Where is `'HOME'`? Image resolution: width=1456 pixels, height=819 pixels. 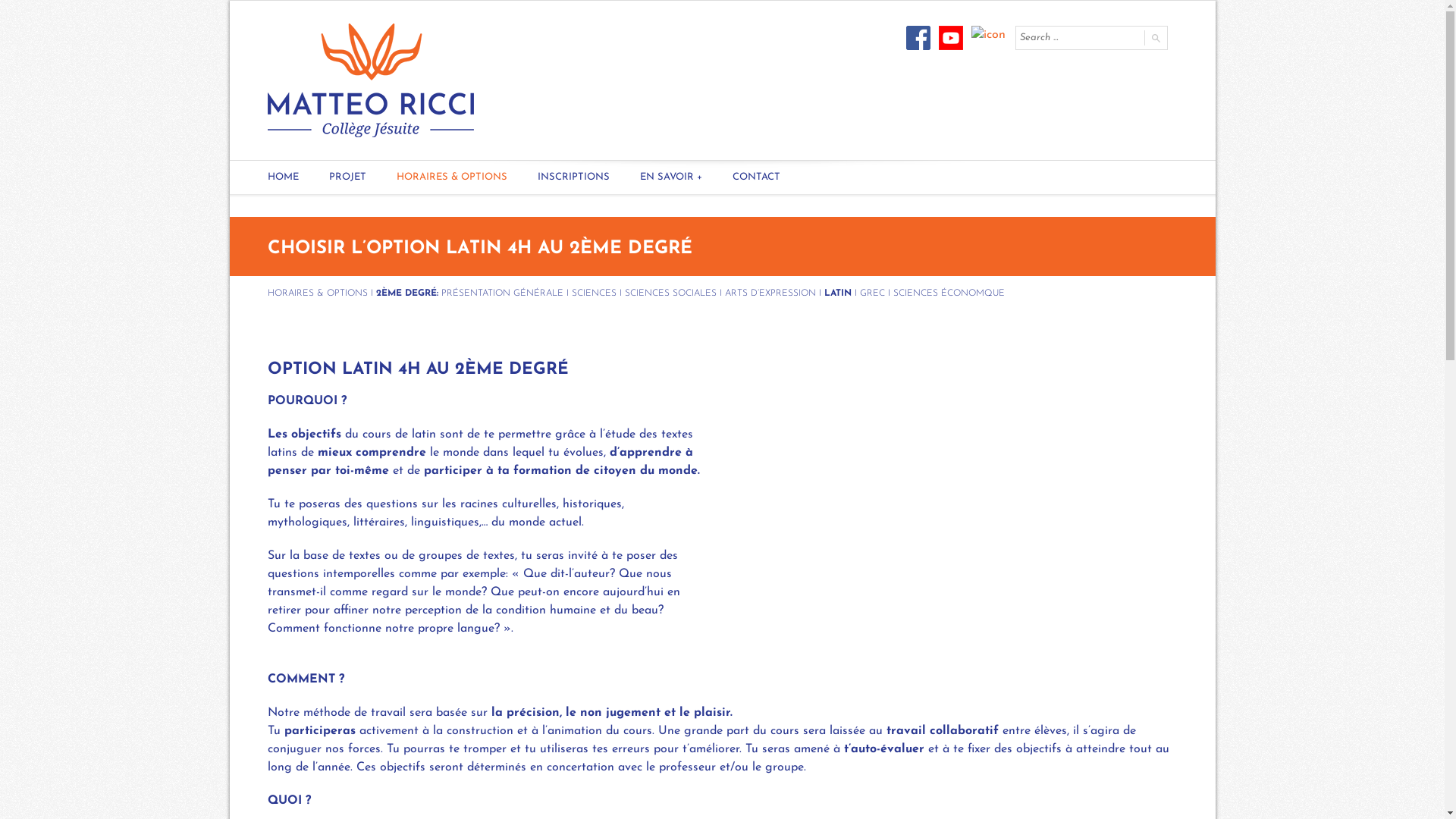 'HOME' is located at coordinates (251, 177).